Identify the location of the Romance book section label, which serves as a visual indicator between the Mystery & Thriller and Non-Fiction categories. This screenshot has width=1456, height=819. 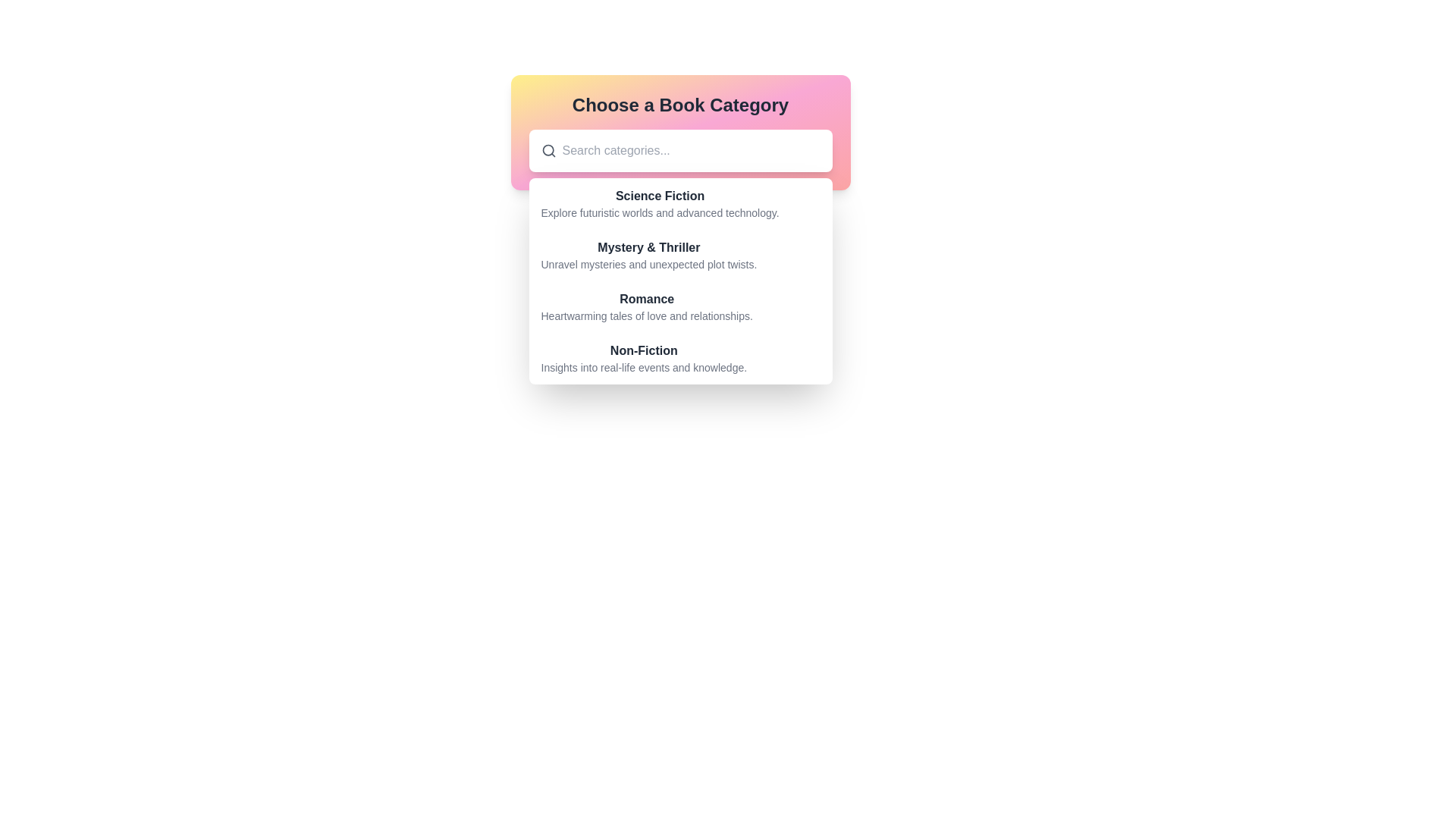
(647, 299).